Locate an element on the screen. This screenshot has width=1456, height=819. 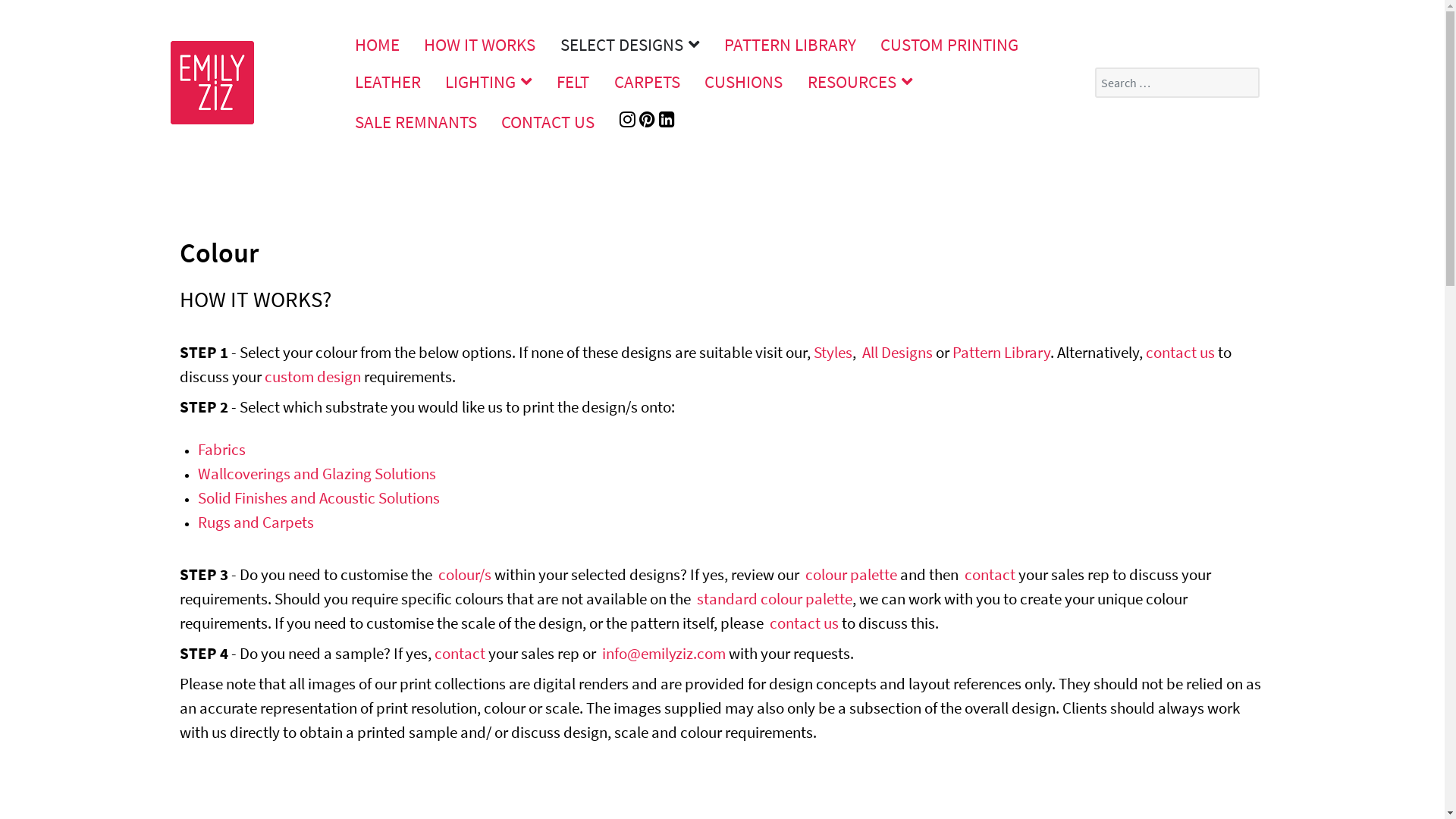
'LIGHTING' is located at coordinates (488, 81).